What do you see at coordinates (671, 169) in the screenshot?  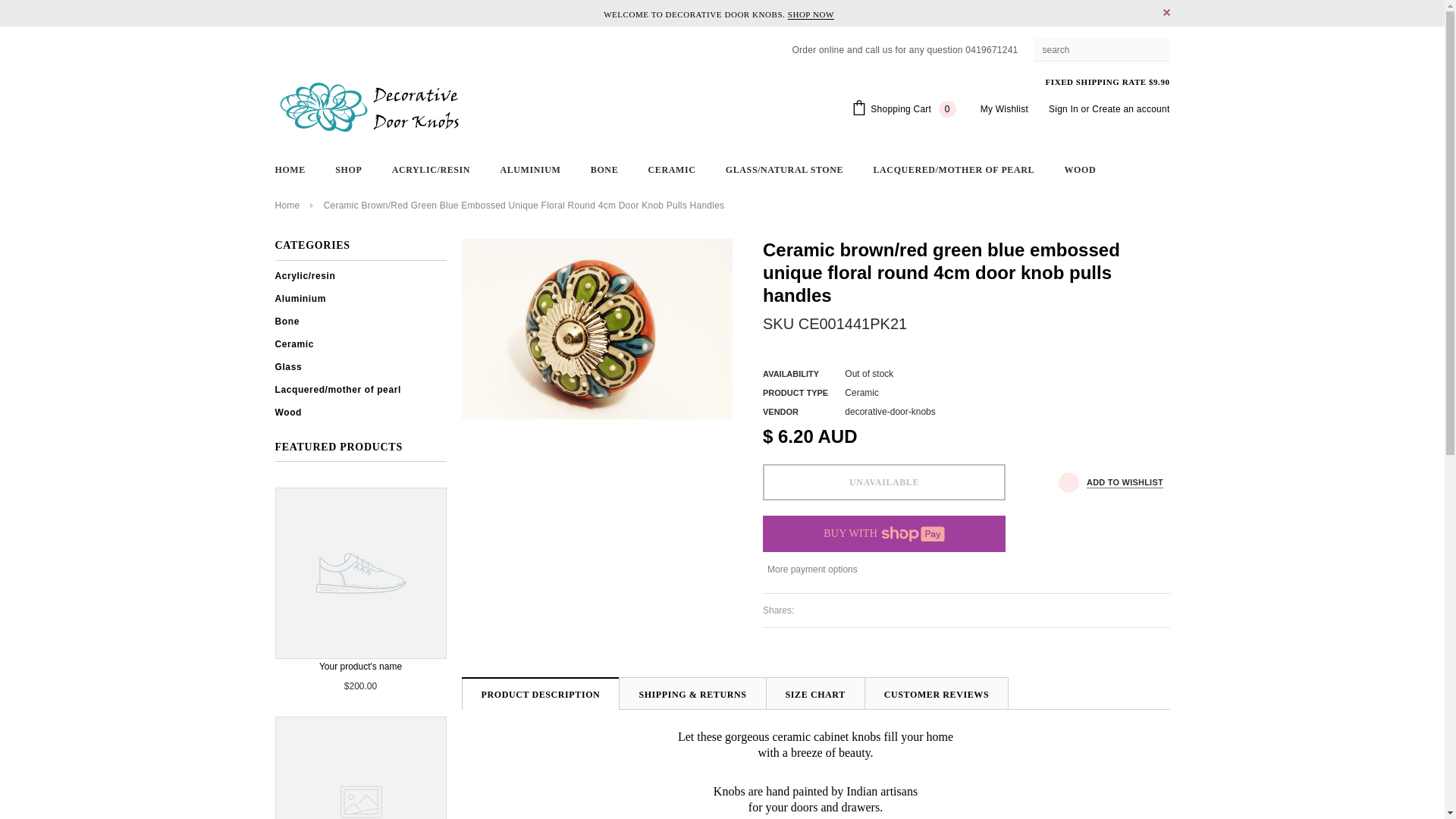 I see `'CERAMIC'` at bounding box center [671, 169].